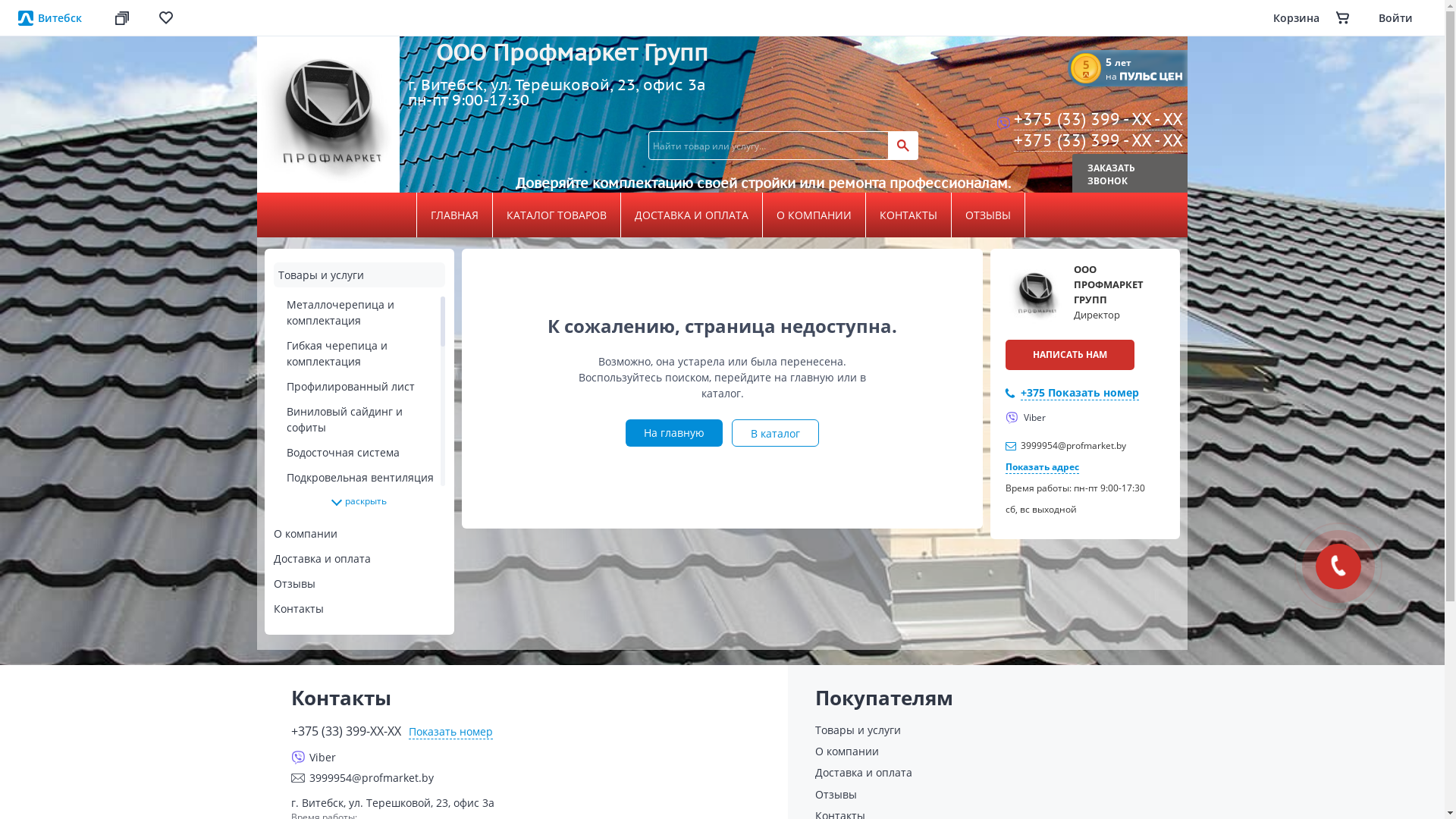 This screenshot has height=819, width=1456. I want to click on 'Viber', so click(291, 757).